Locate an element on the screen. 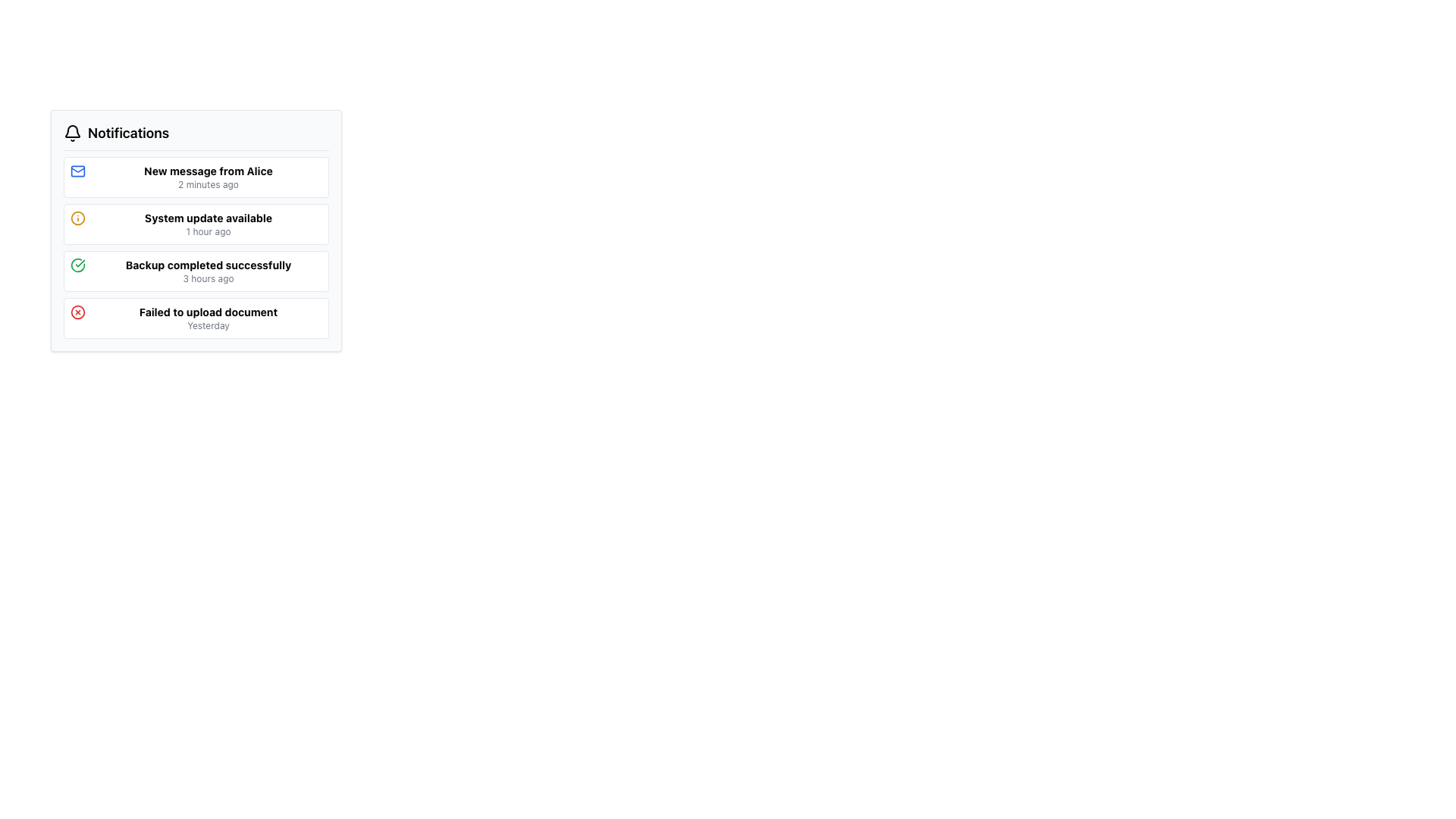  text from the first notification's title label located in the Notifications section, positioned above the timestamp '2 minutes ago' is located at coordinates (207, 171).